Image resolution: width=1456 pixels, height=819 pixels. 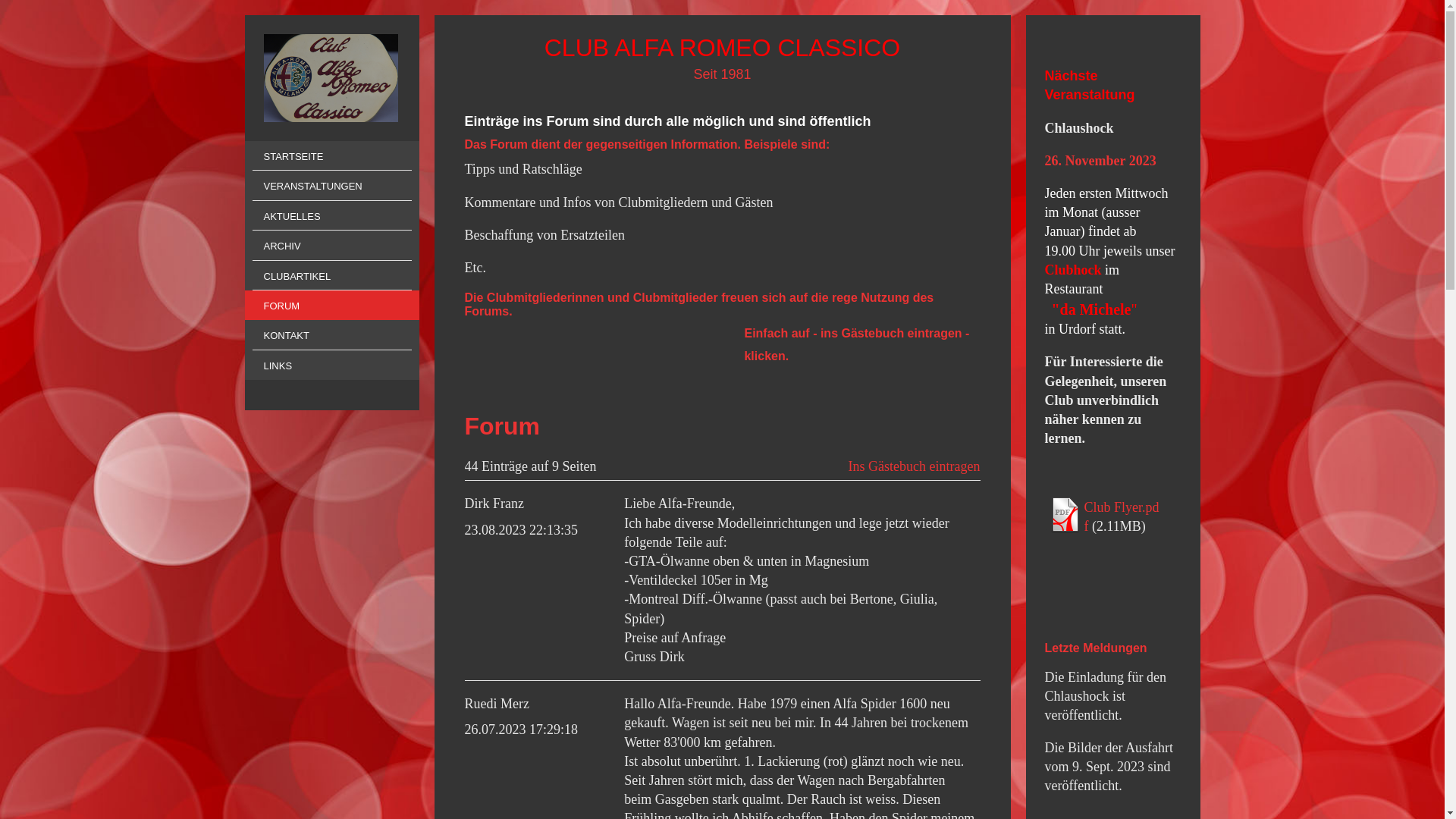 What do you see at coordinates (330, 305) in the screenshot?
I see `'FORUM'` at bounding box center [330, 305].